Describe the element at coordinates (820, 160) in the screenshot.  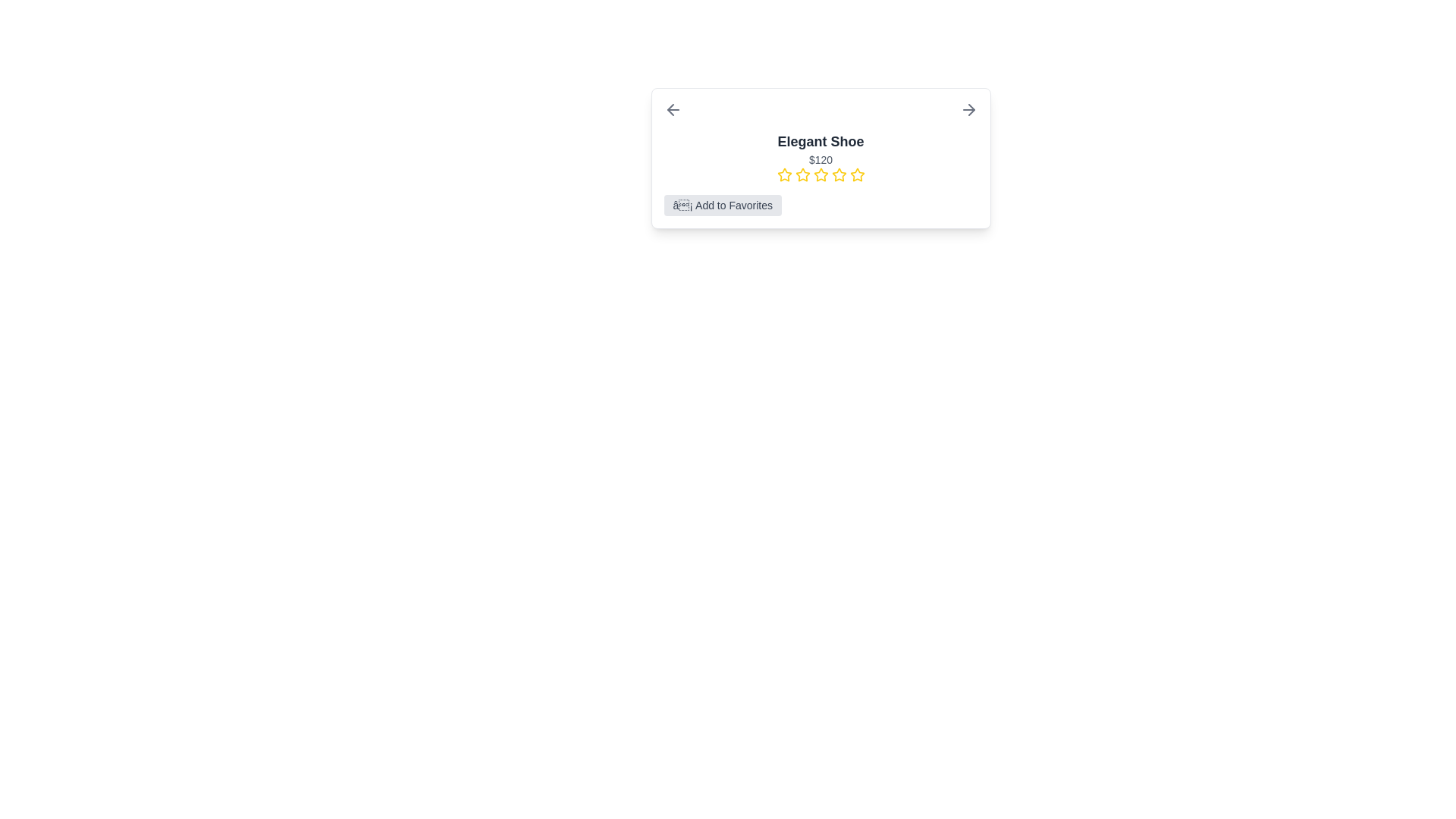
I see `the price display text label indicating the cost as '$120', located in the second row of the card layout beneath the title 'Elegant Shoe'` at that location.